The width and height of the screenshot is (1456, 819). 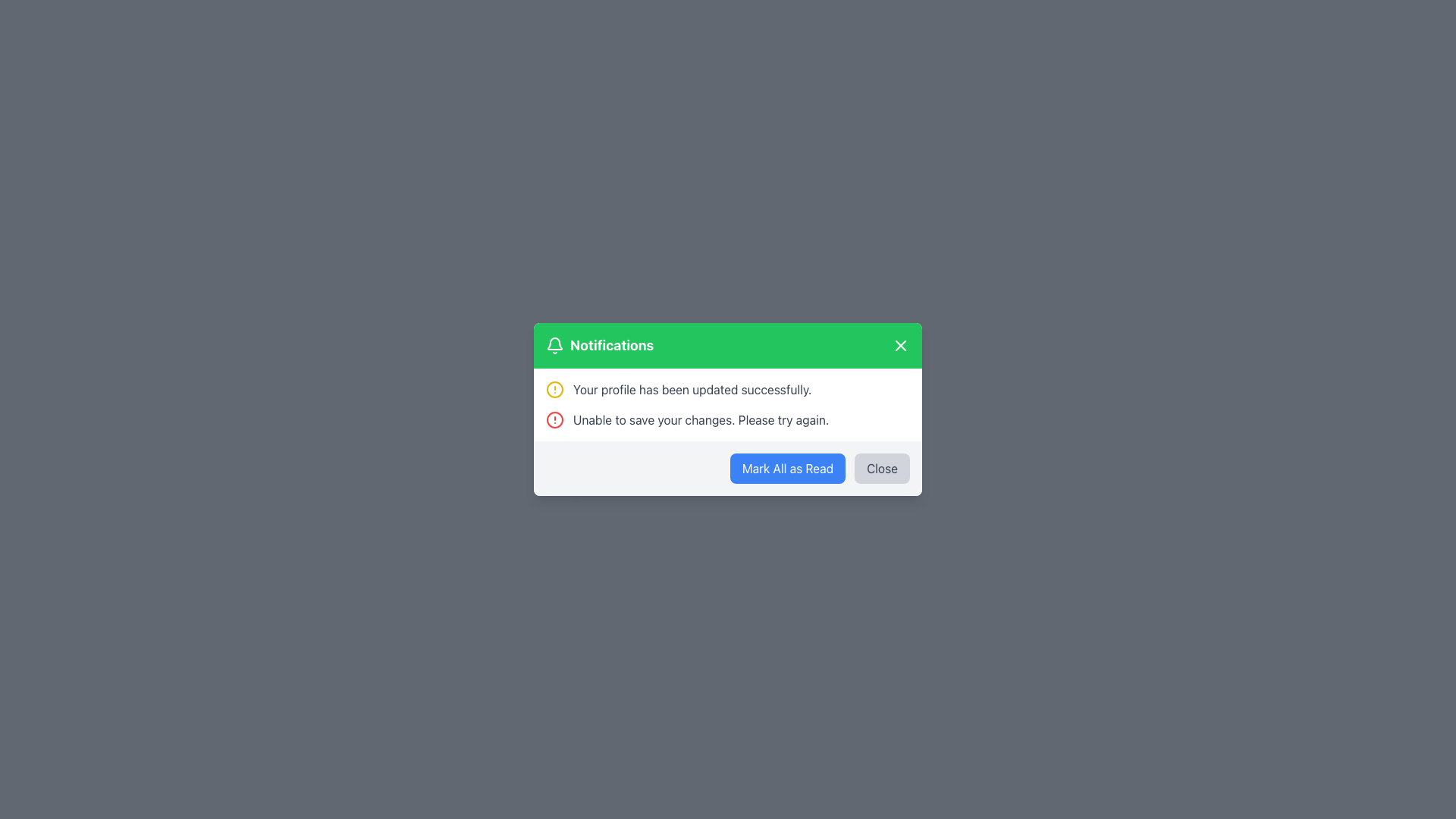 What do you see at coordinates (700, 420) in the screenshot?
I see `error message text label indicating a failed save operation located in the lower section of the notification pop-up dialog, positioned to the right of the red circular alert icon` at bounding box center [700, 420].